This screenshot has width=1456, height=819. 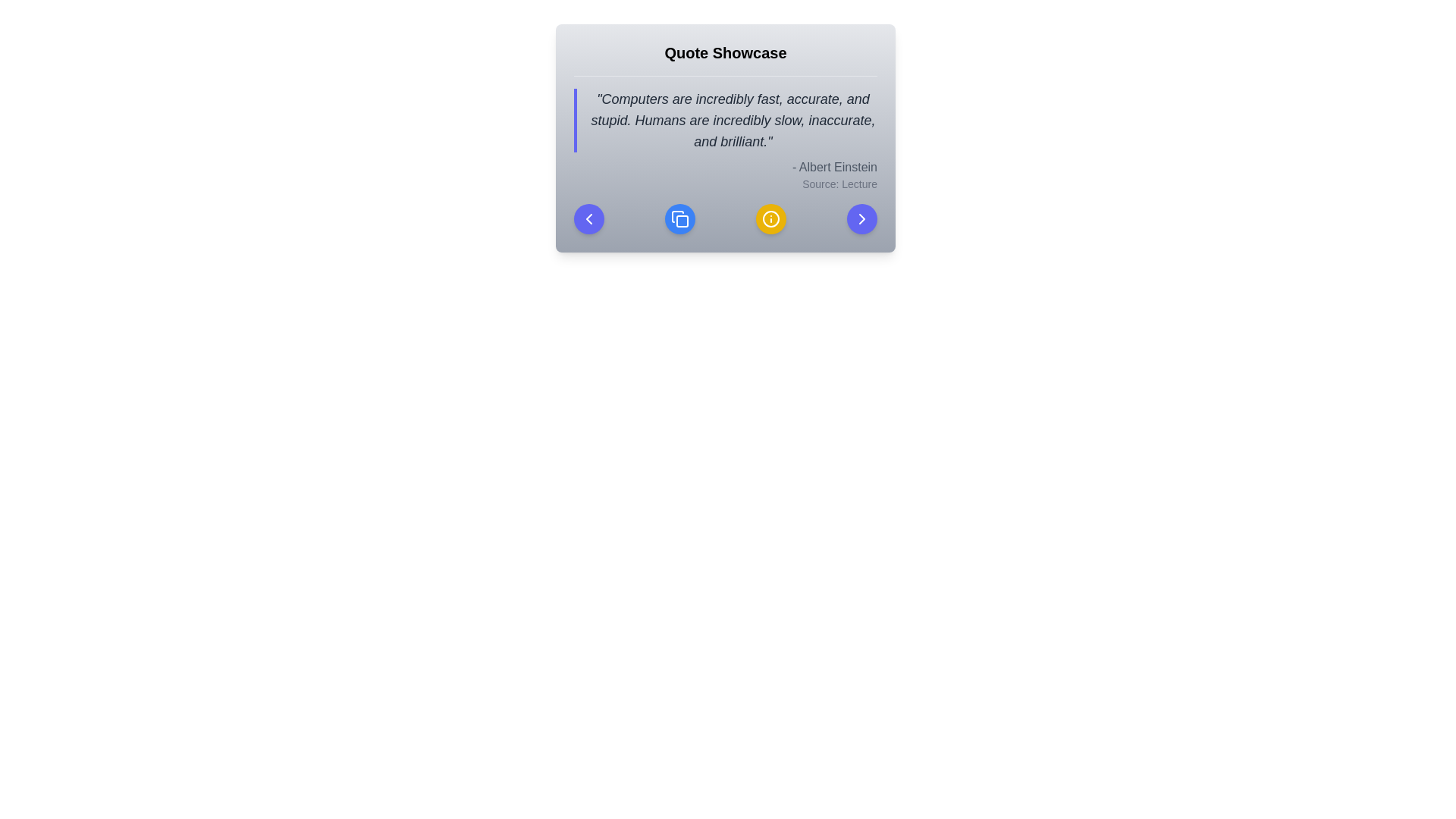 I want to click on the copy action icon, which is styled with two overlapping squares and is centered within a blue circular button, so click(x=679, y=219).